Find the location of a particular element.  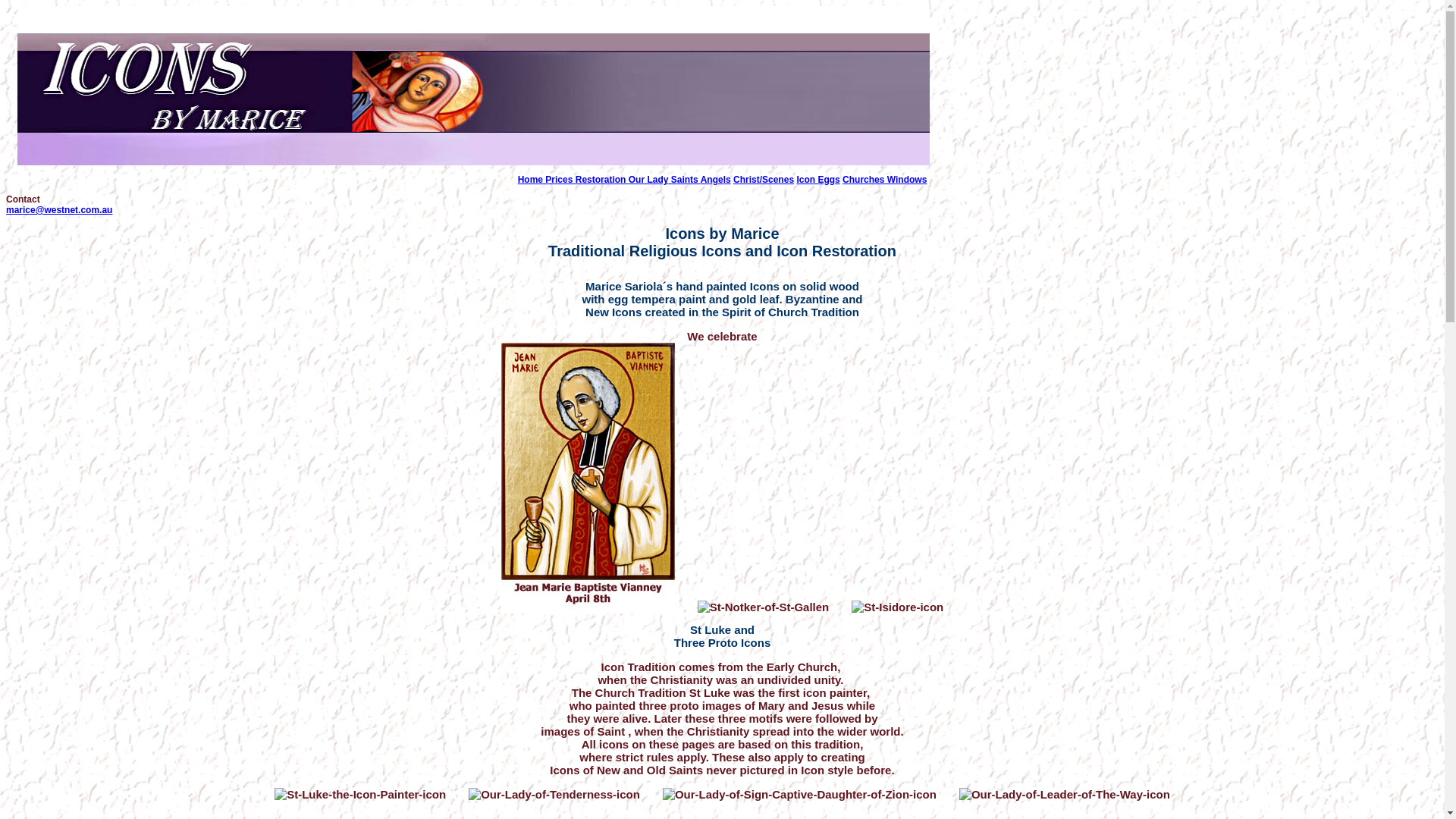

'Prices' is located at coordinates (559, 178).